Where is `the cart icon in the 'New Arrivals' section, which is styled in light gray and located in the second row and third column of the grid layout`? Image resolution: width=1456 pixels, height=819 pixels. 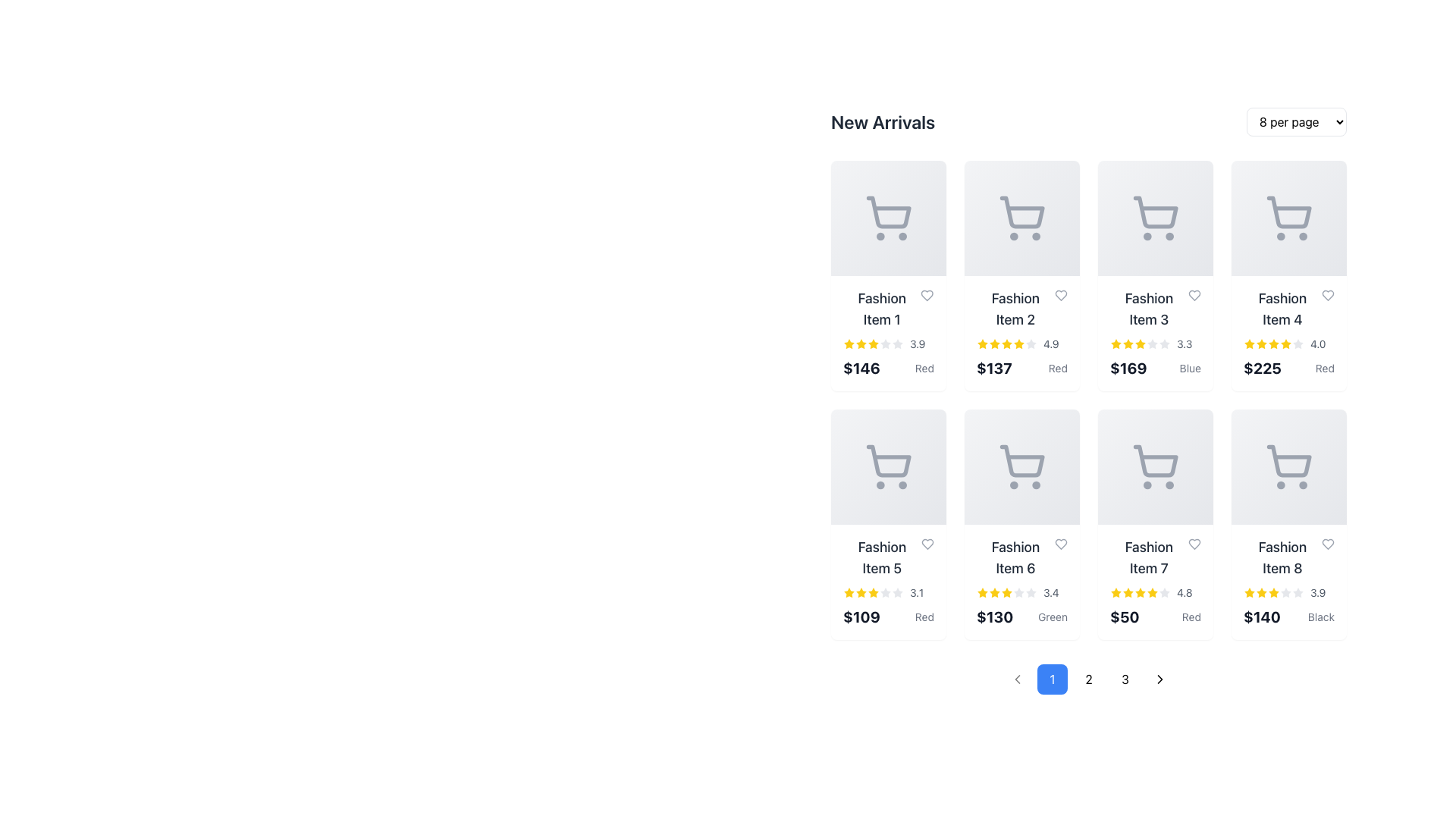
the cart icon in the 'New Arrivals' section, which is styled in light gray and located in the second row and third column of the grid layout is located at coordinates (1022, 460).